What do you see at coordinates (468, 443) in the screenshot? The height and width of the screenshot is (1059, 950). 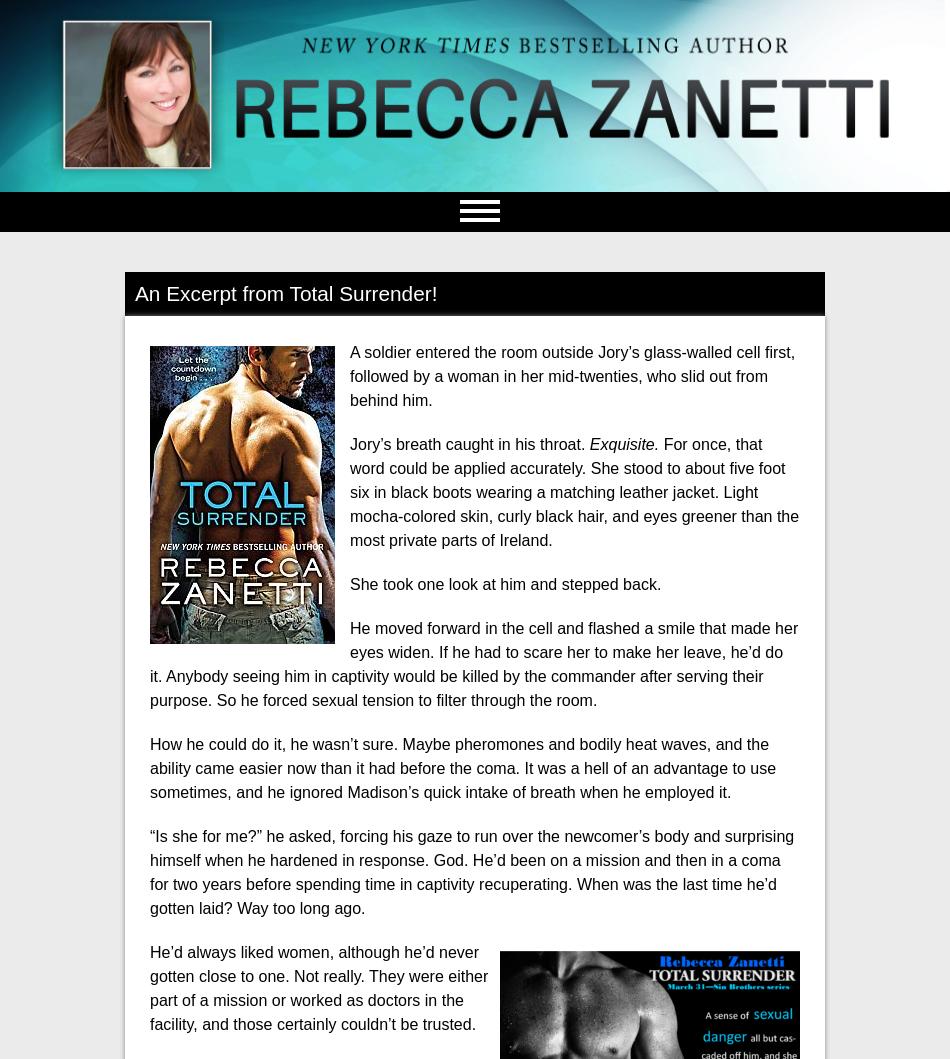 I see `'Jory’s breath caught in his throat.'` at bounding box center [468, 443].